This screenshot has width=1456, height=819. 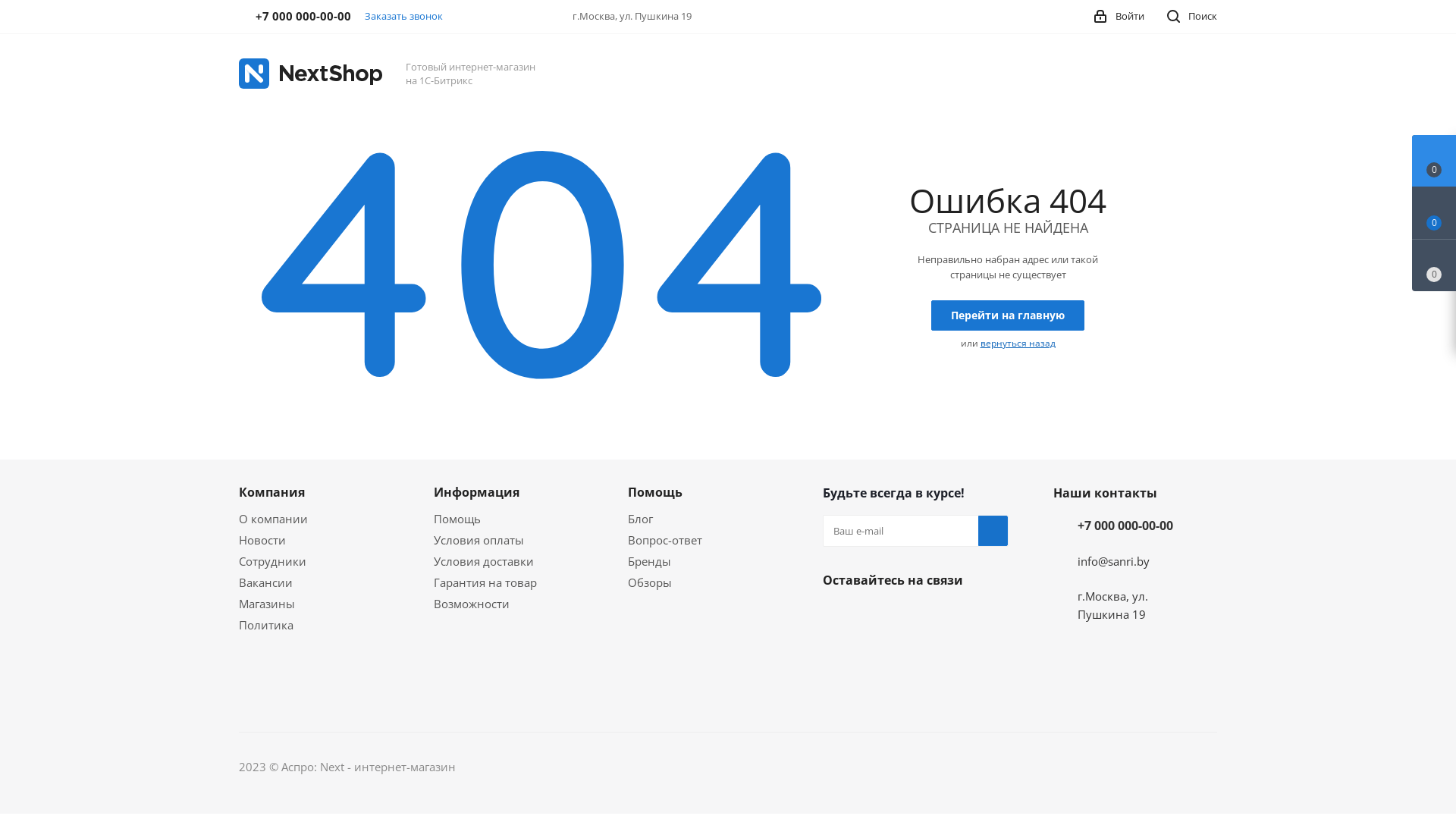 What do you see at coordinates (964, 767) in the screenshot?
I see `'Cash'` at bounding box center [964, 767].